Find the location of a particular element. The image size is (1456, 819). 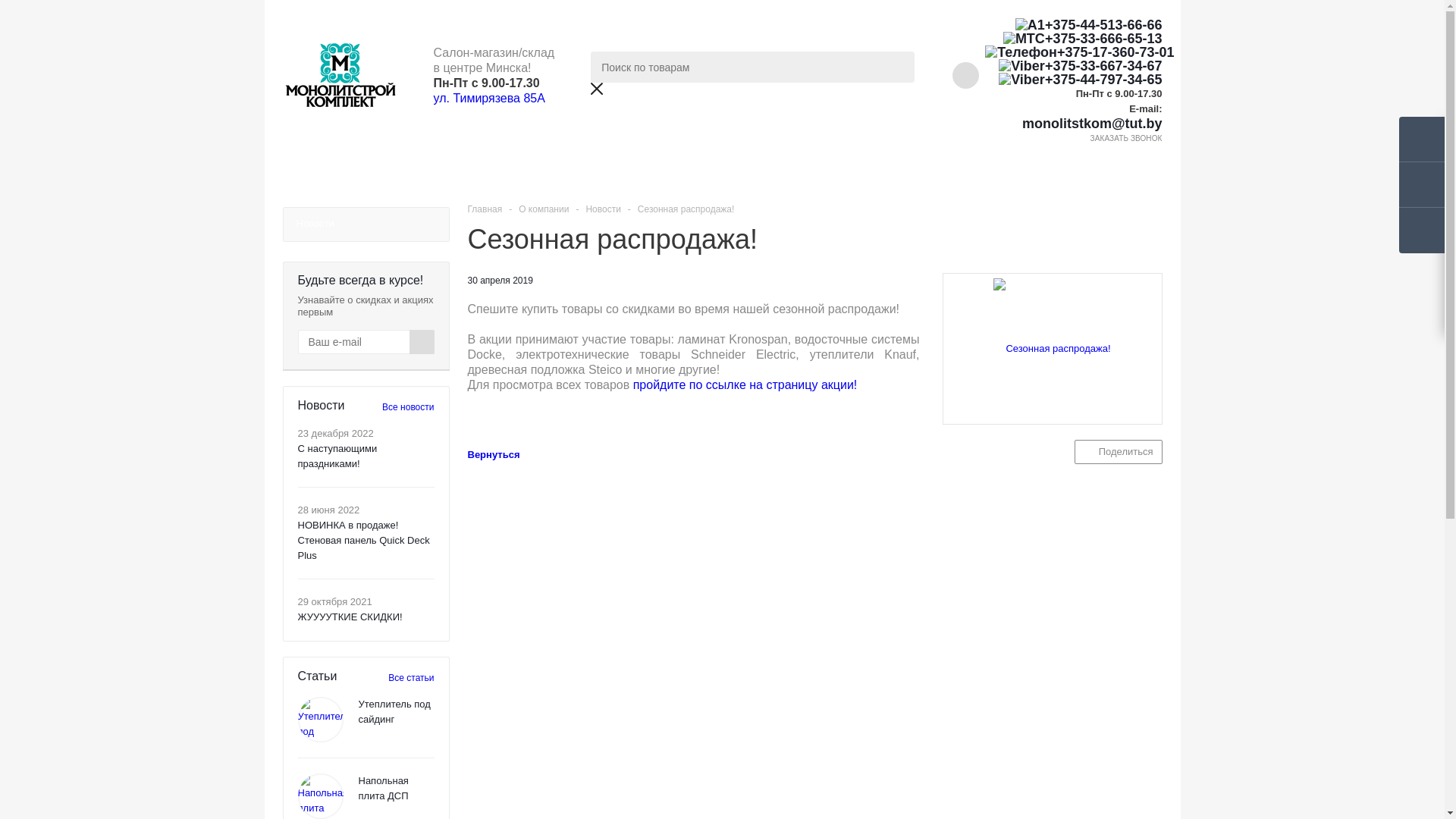

'monolitstkom@tut.by' is located at coordinates (1072, 122).